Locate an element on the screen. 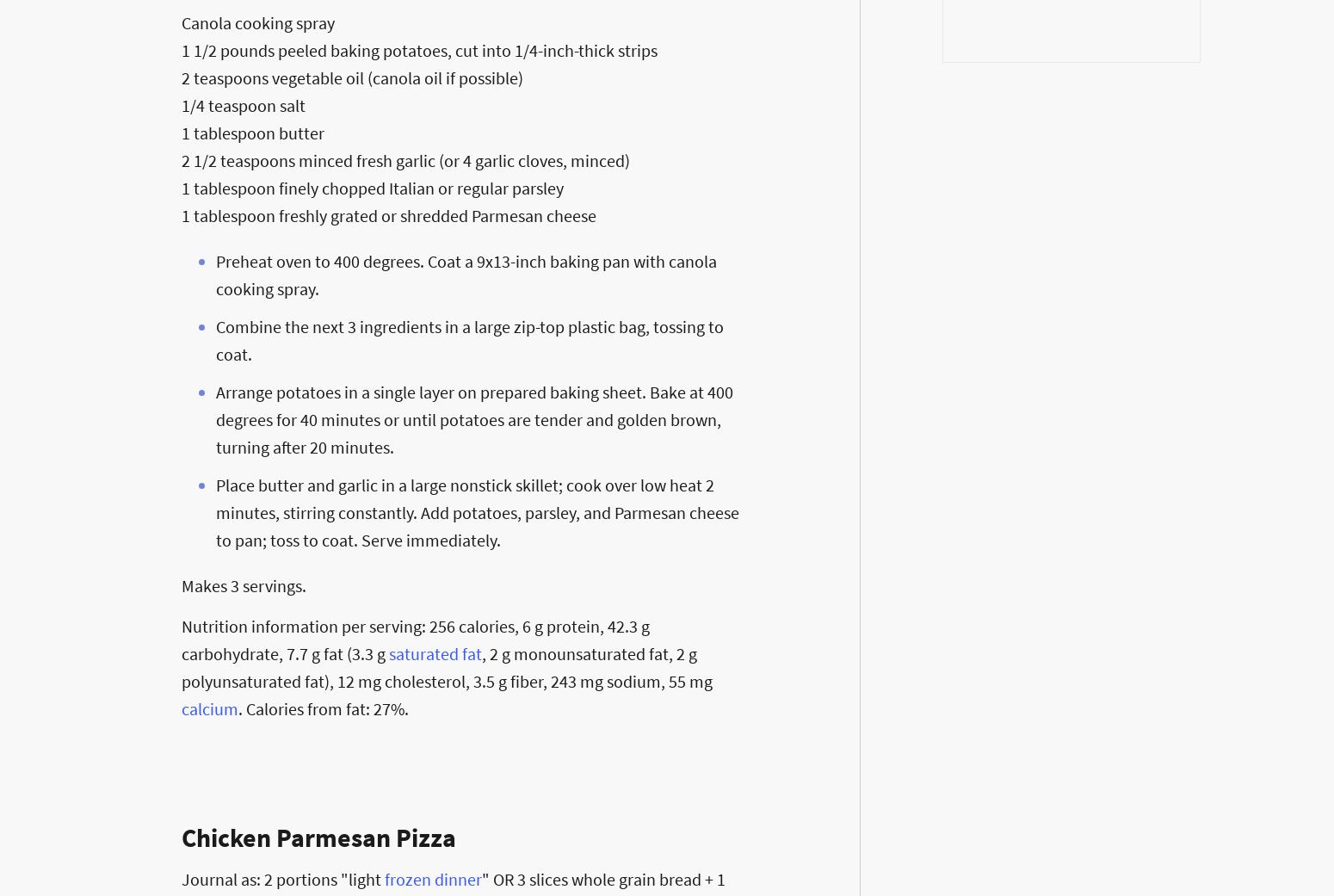  'Canola cooking spray' is located at coordinates (180, 22).